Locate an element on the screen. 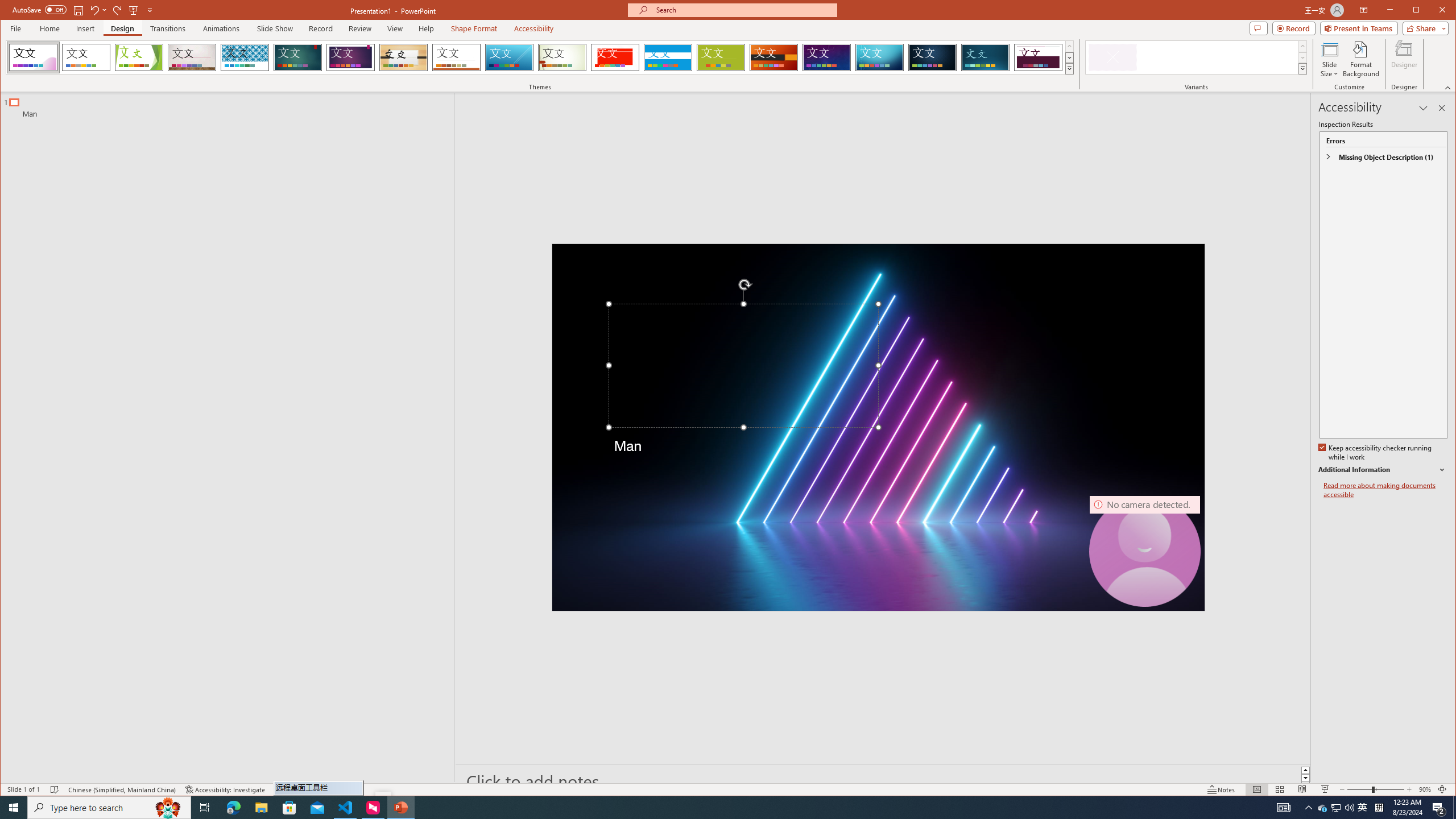 The height and width of the screenshot is (819, 1456). 'Camera 7, No camera detected.' is located at coordinates (1145, 551).